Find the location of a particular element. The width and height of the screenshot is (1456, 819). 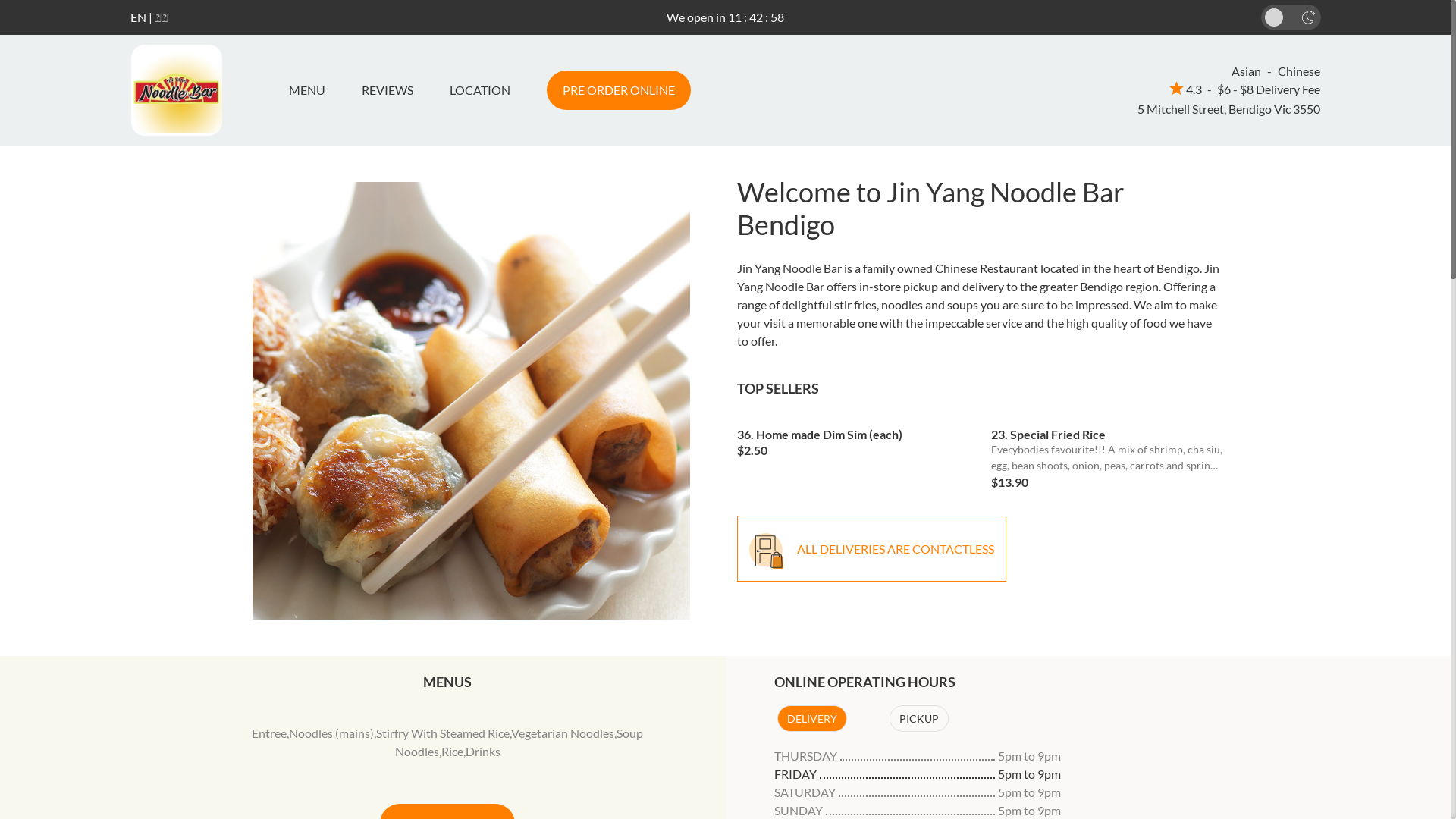

'Vegetarian Noodles' is located at coordinates (562, 732).